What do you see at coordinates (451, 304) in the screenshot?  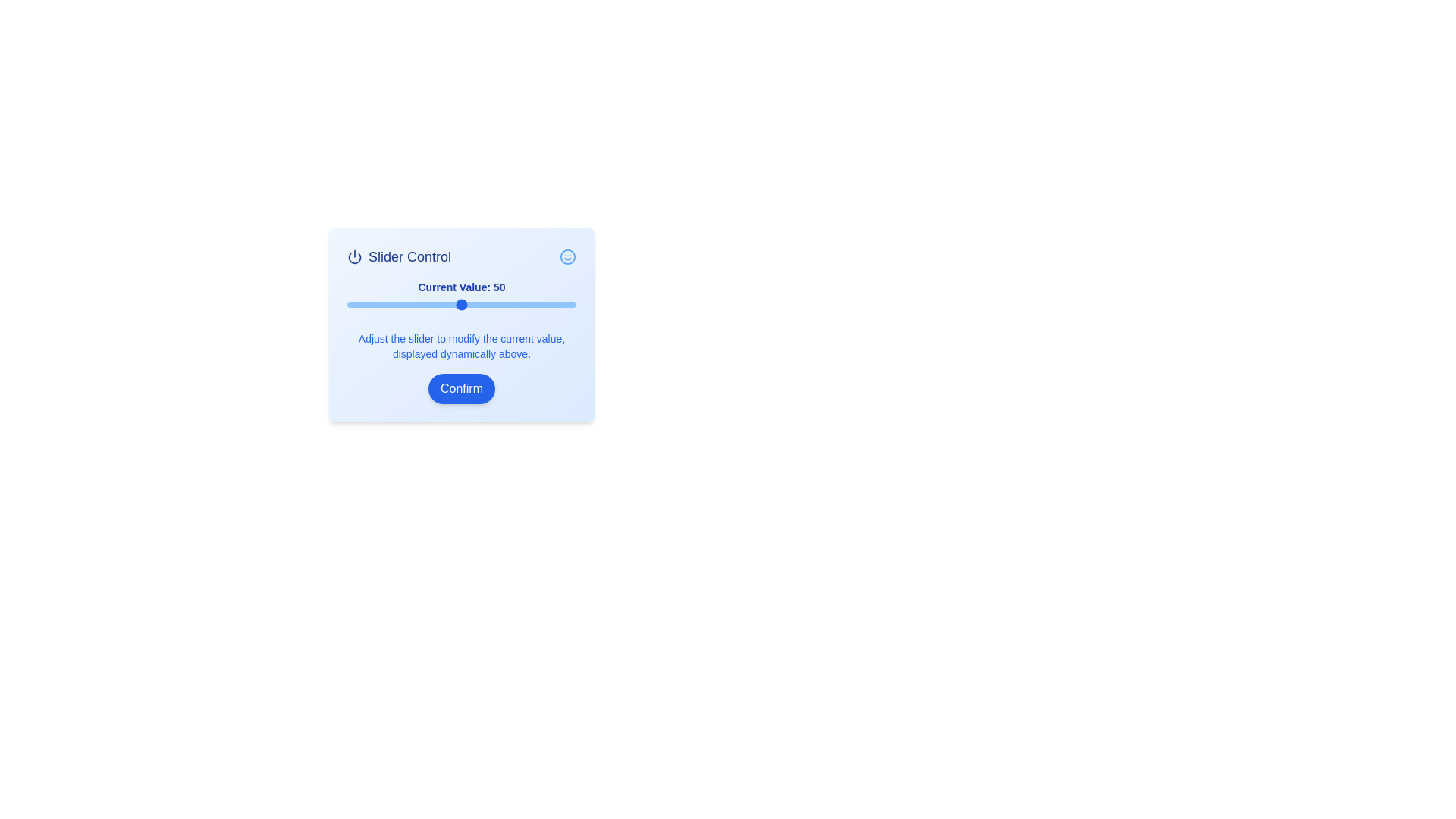 I see `the slider's value` at bounding box center [451, 304].